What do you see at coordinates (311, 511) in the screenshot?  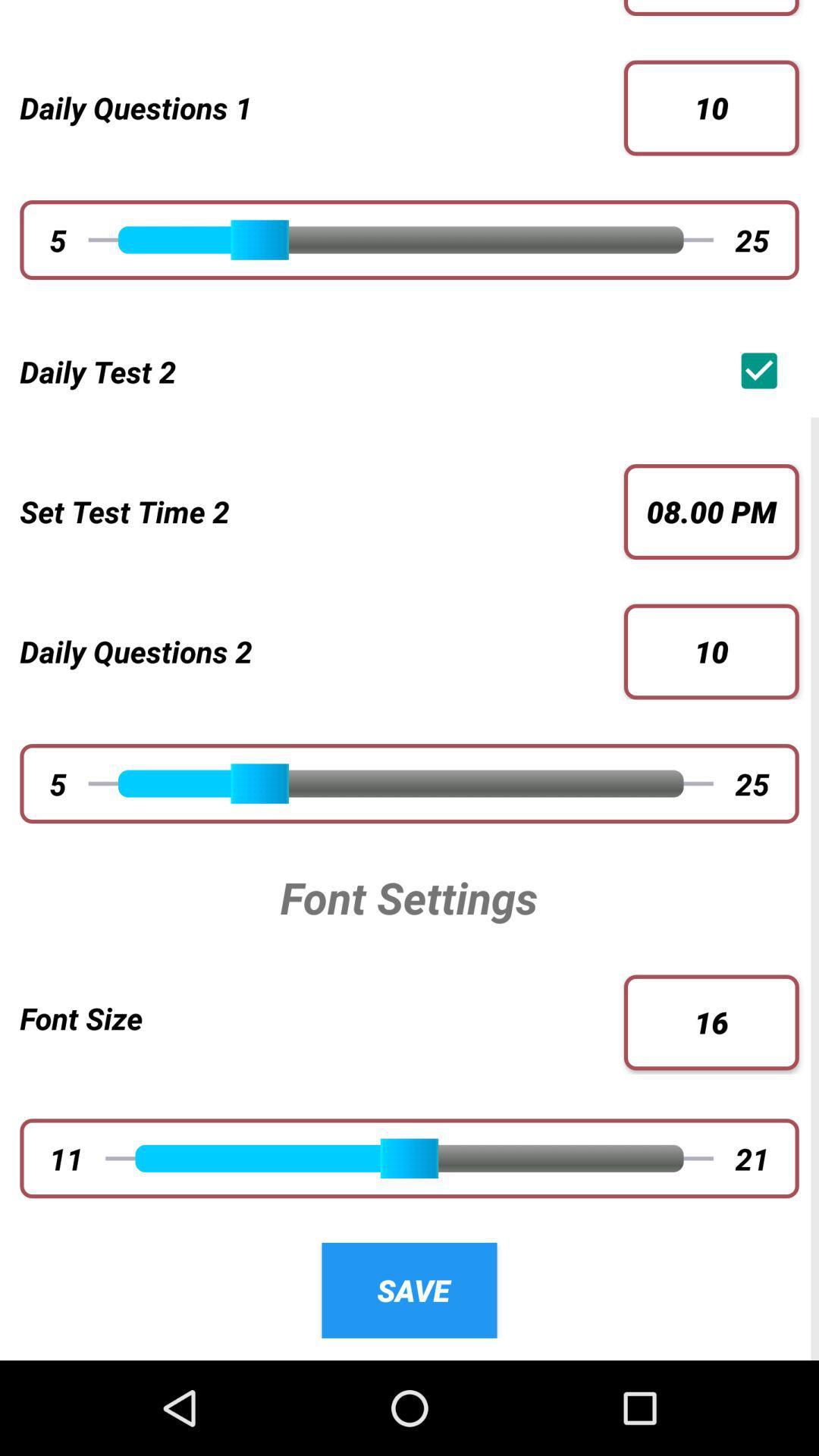 I see `button next to the  08.00 pm  icon` at bounding box center [311, 511].